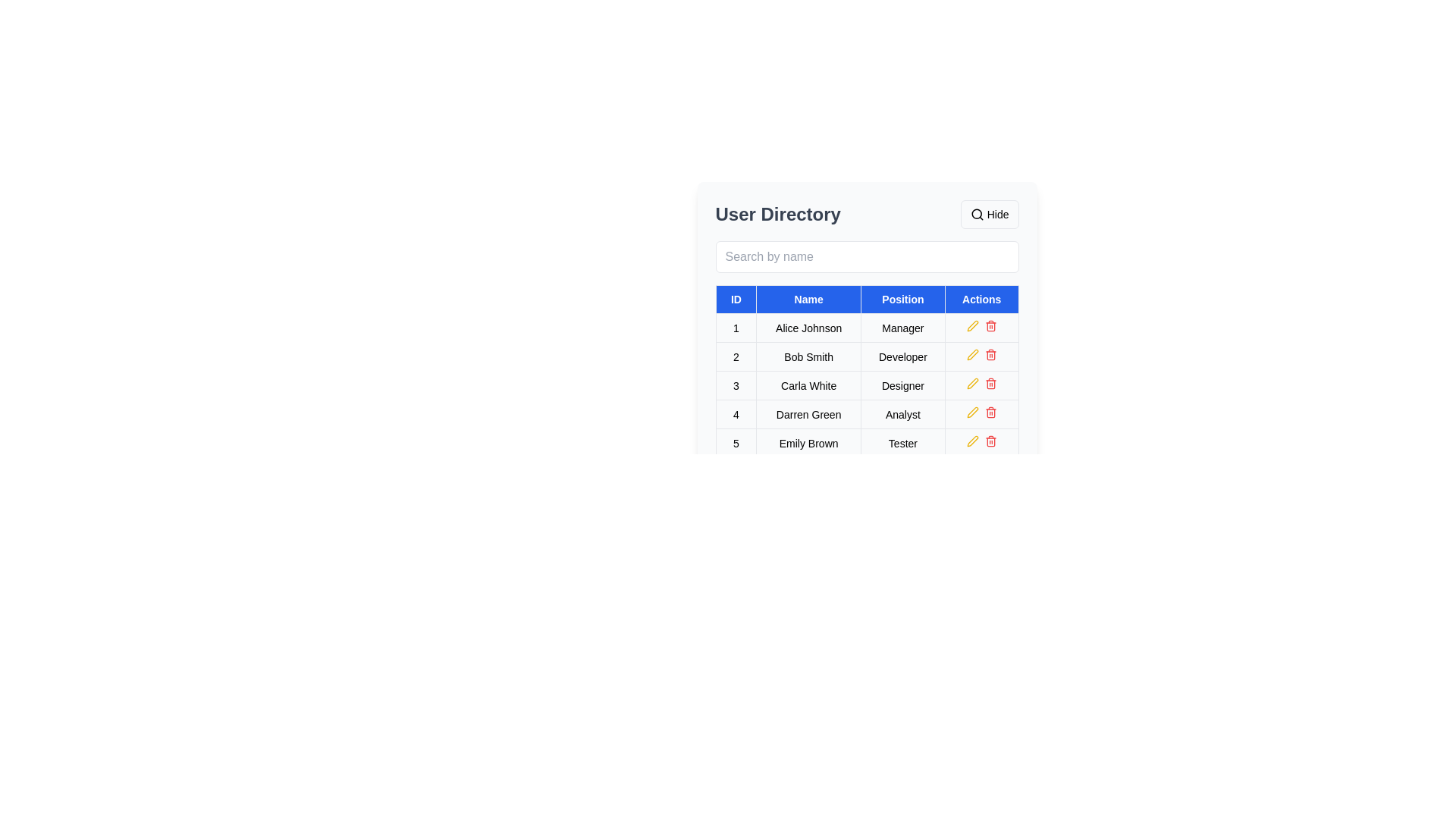  What do you see at coordinates (808, 356) in the screenshot?
I see `or highlight the text label displaying 'Bob Smith' located in the 'Name' column of the second row in the table` at bounding box center [808, 356].